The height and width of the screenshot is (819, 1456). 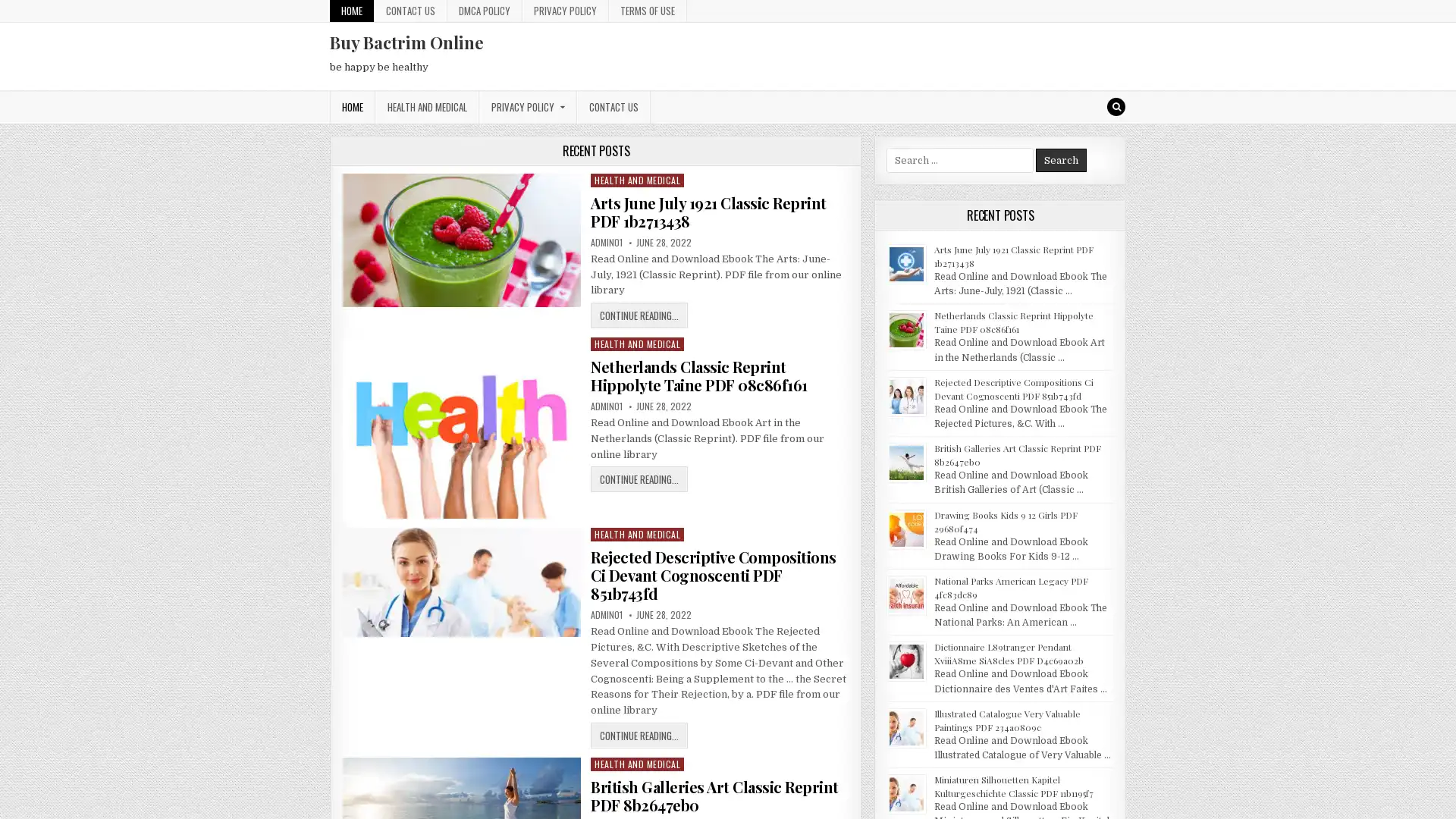 What do you see at coordinates (1060, 160) in the screenshot?
I see `Search` at bounding box center [1060, 160].